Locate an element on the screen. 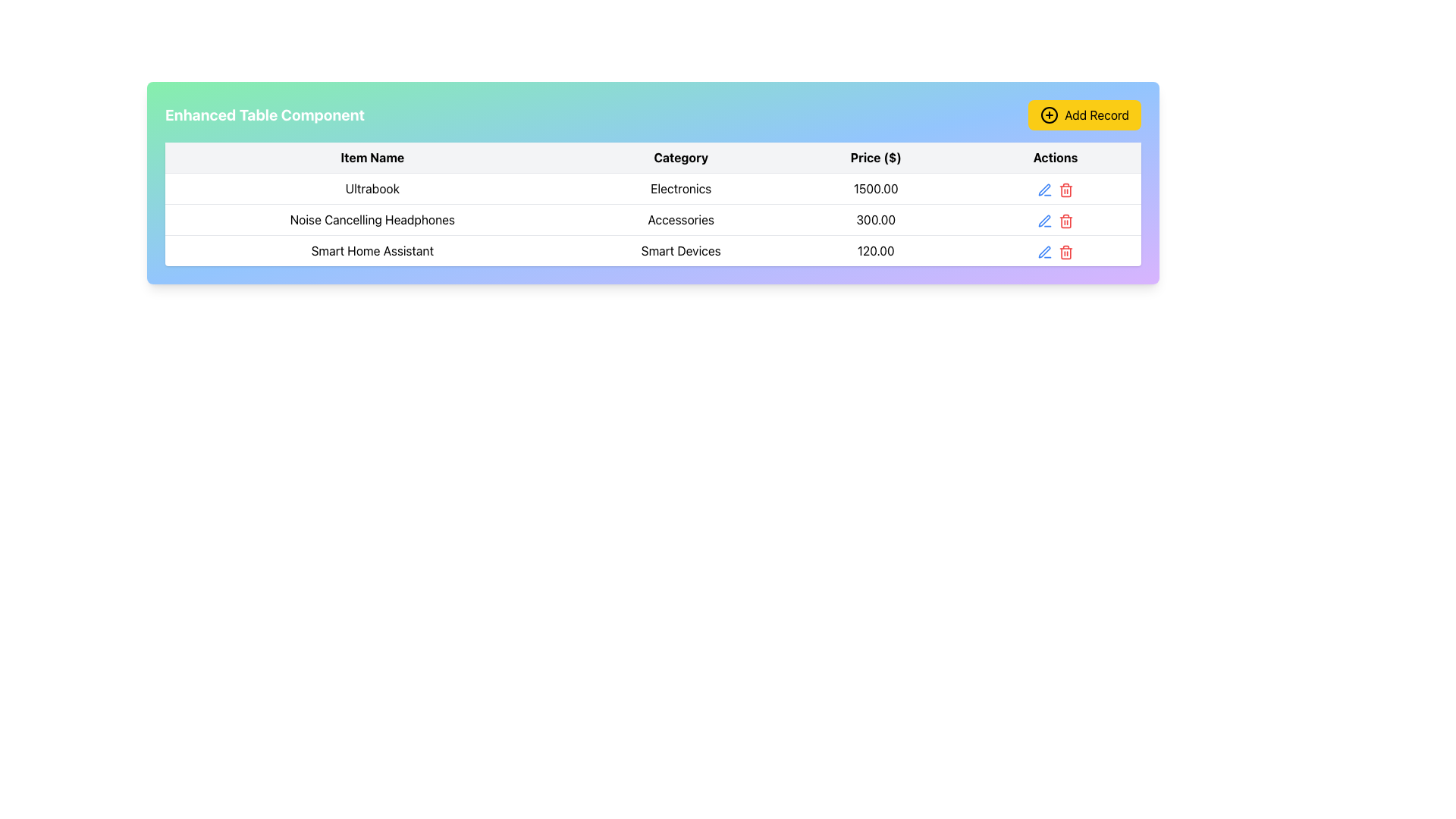  the trash can icon button located in the last row under the 'Actions' column of the table is located at coordinates (1065, 251).